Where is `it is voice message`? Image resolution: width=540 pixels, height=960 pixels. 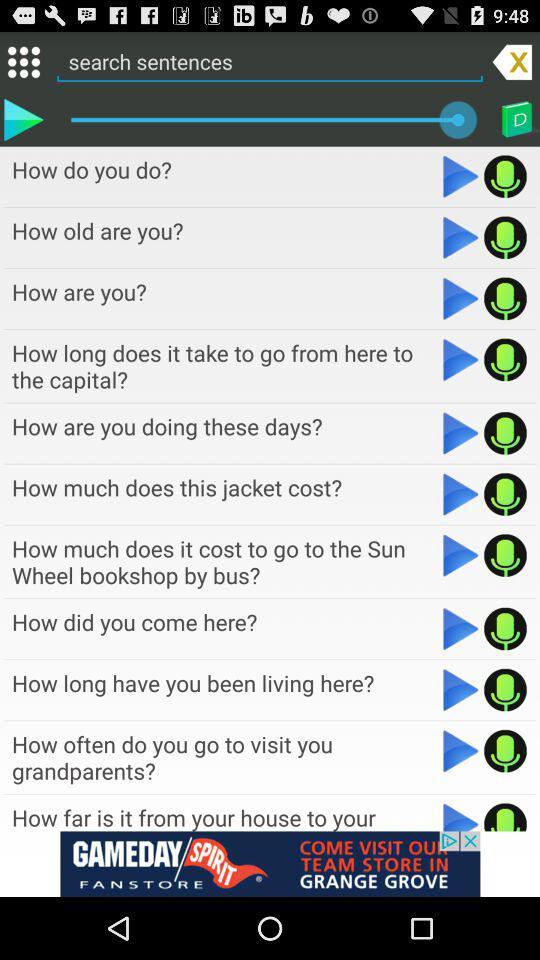
it is voice message is located at coordinates (504, 690).